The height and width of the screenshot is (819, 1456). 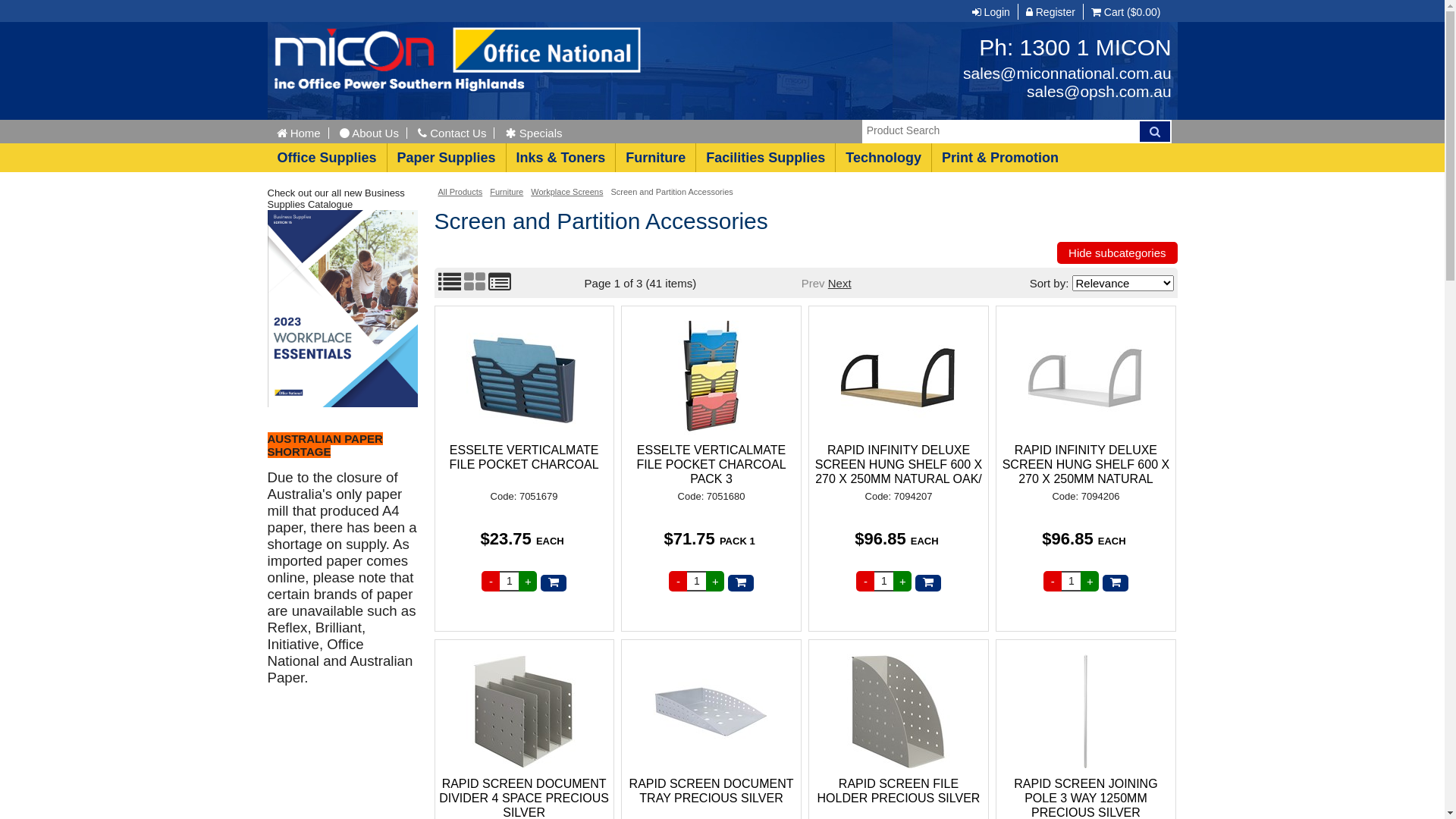 What do you see at coordinates (473, 286) in the screenshot?
I see `'Grid View'` at bounding box center [473, 286].